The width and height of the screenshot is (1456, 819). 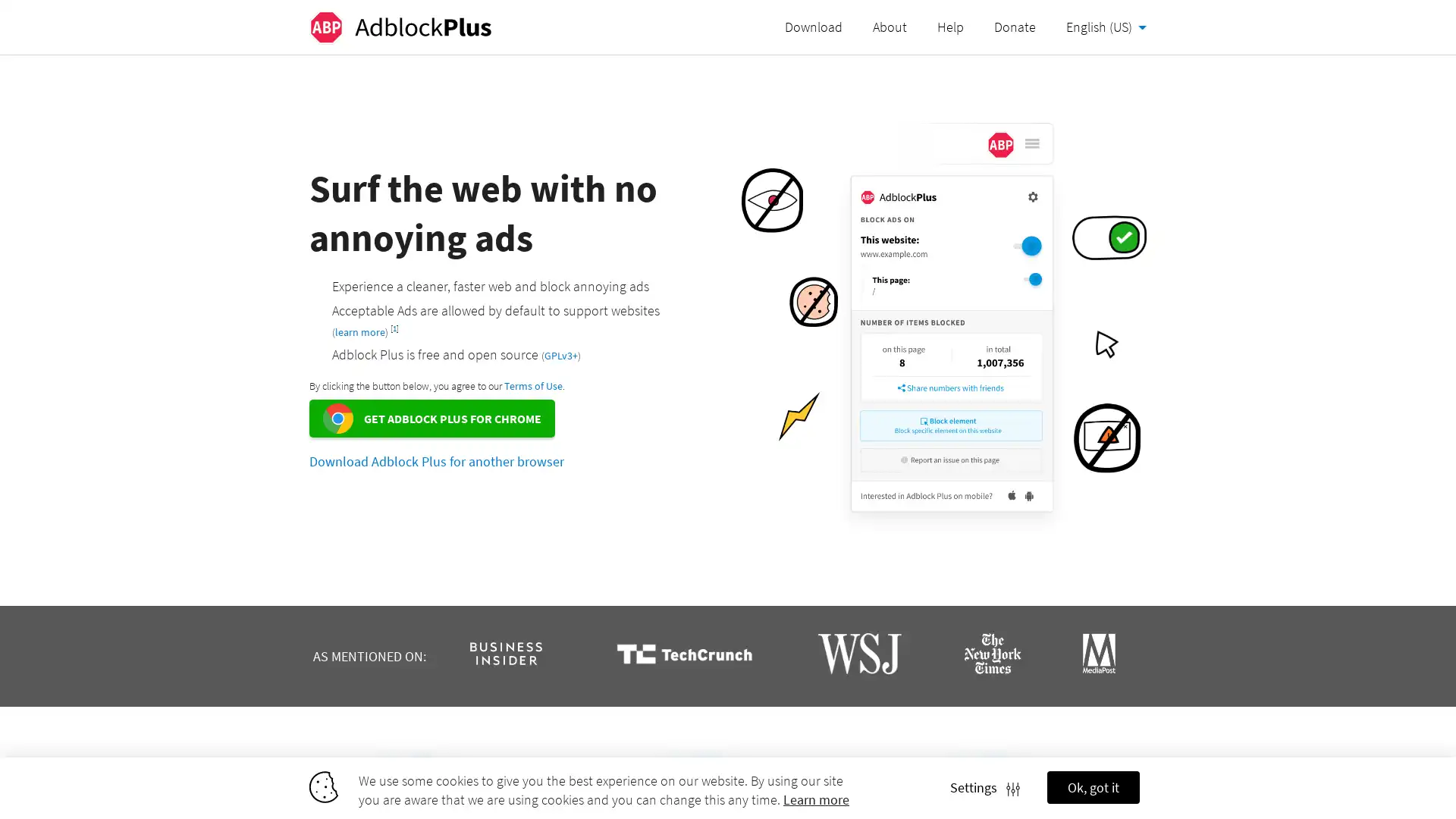 I want to click on Ok, got it, so click(x=1093, y=786).